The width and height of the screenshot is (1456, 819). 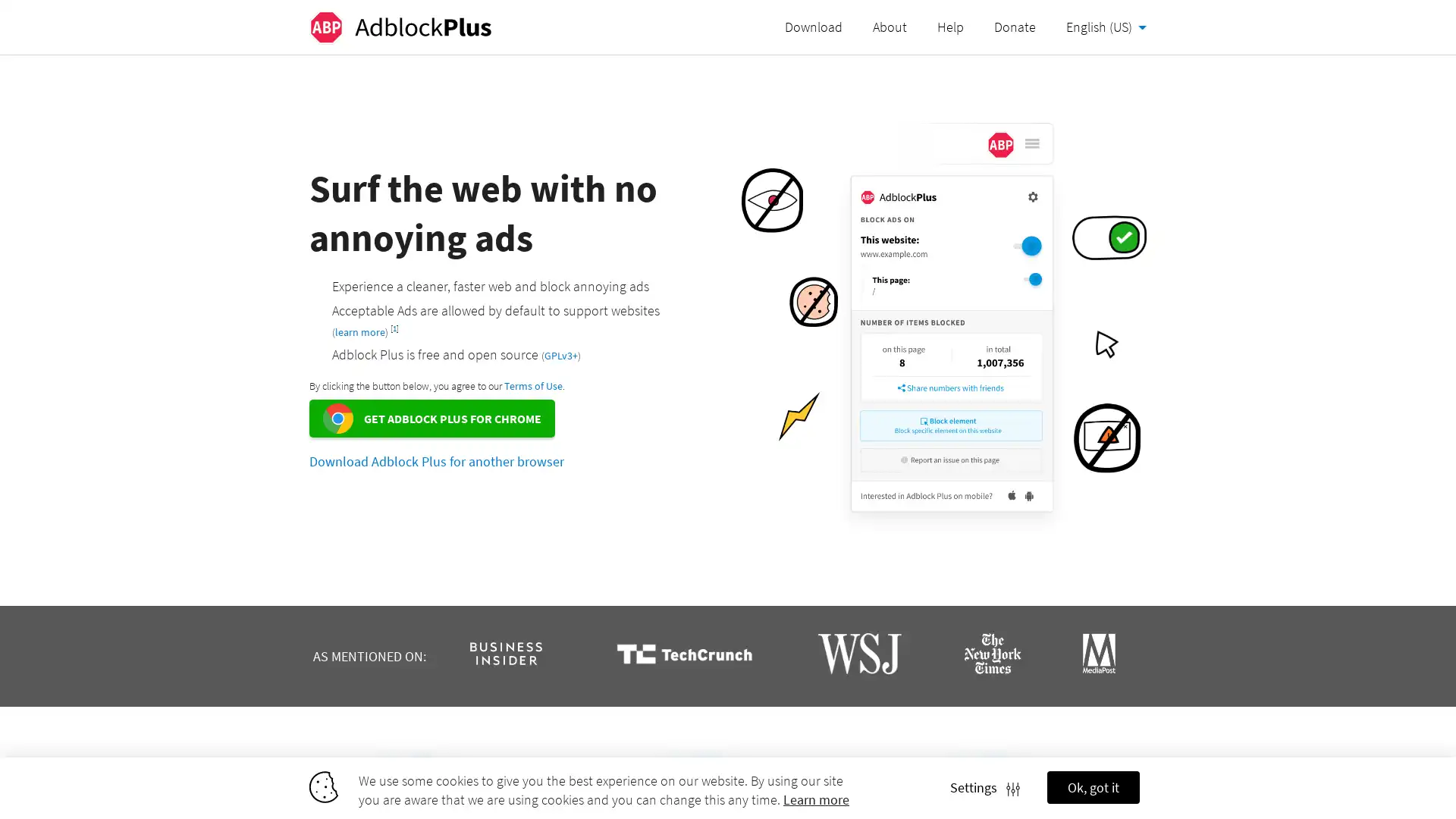 I want to click on Ok, got it, so click(x=1093, y=786).